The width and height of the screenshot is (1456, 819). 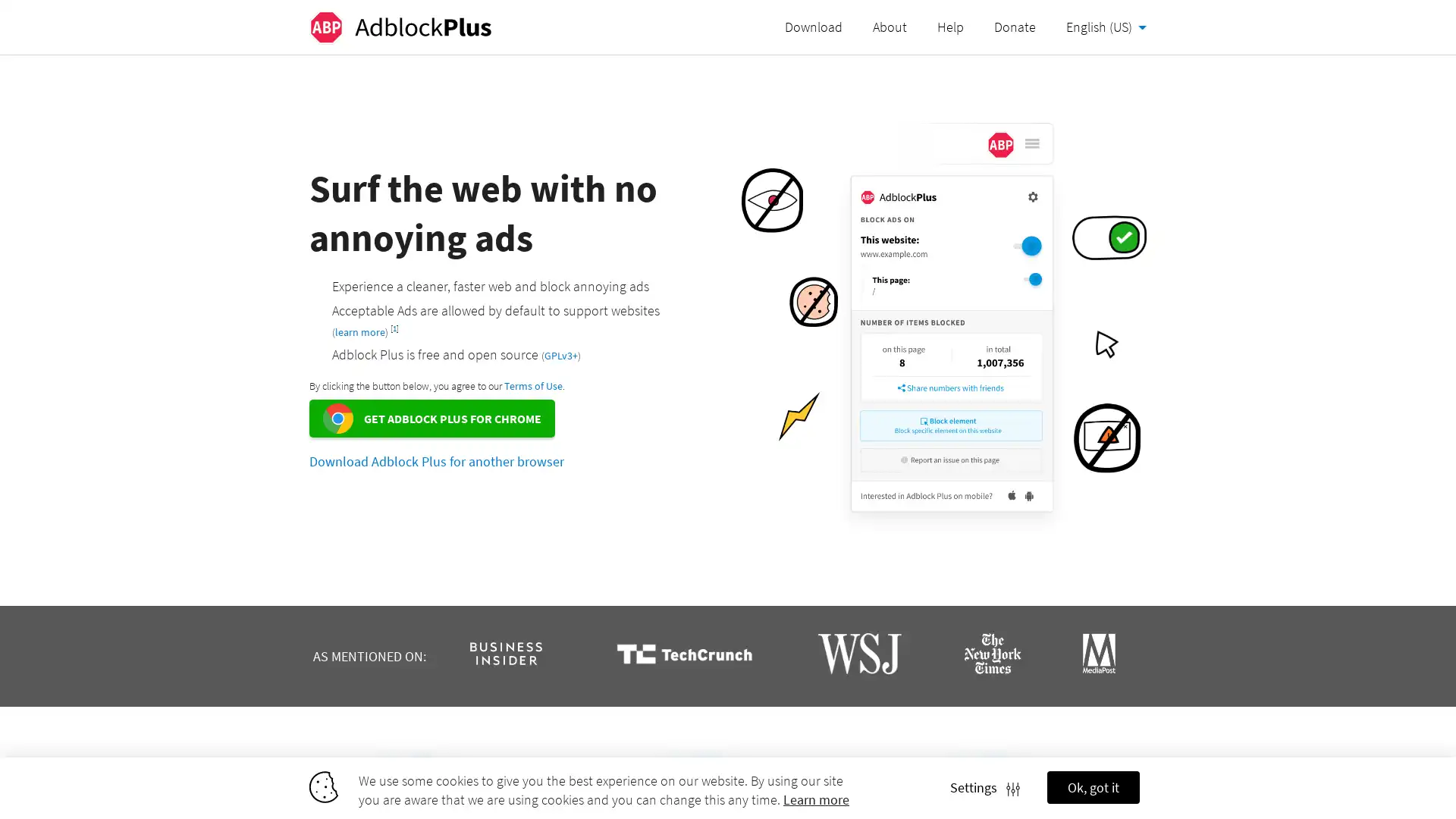 I want to click on Ok, got it, so click(x=1093, y=786).